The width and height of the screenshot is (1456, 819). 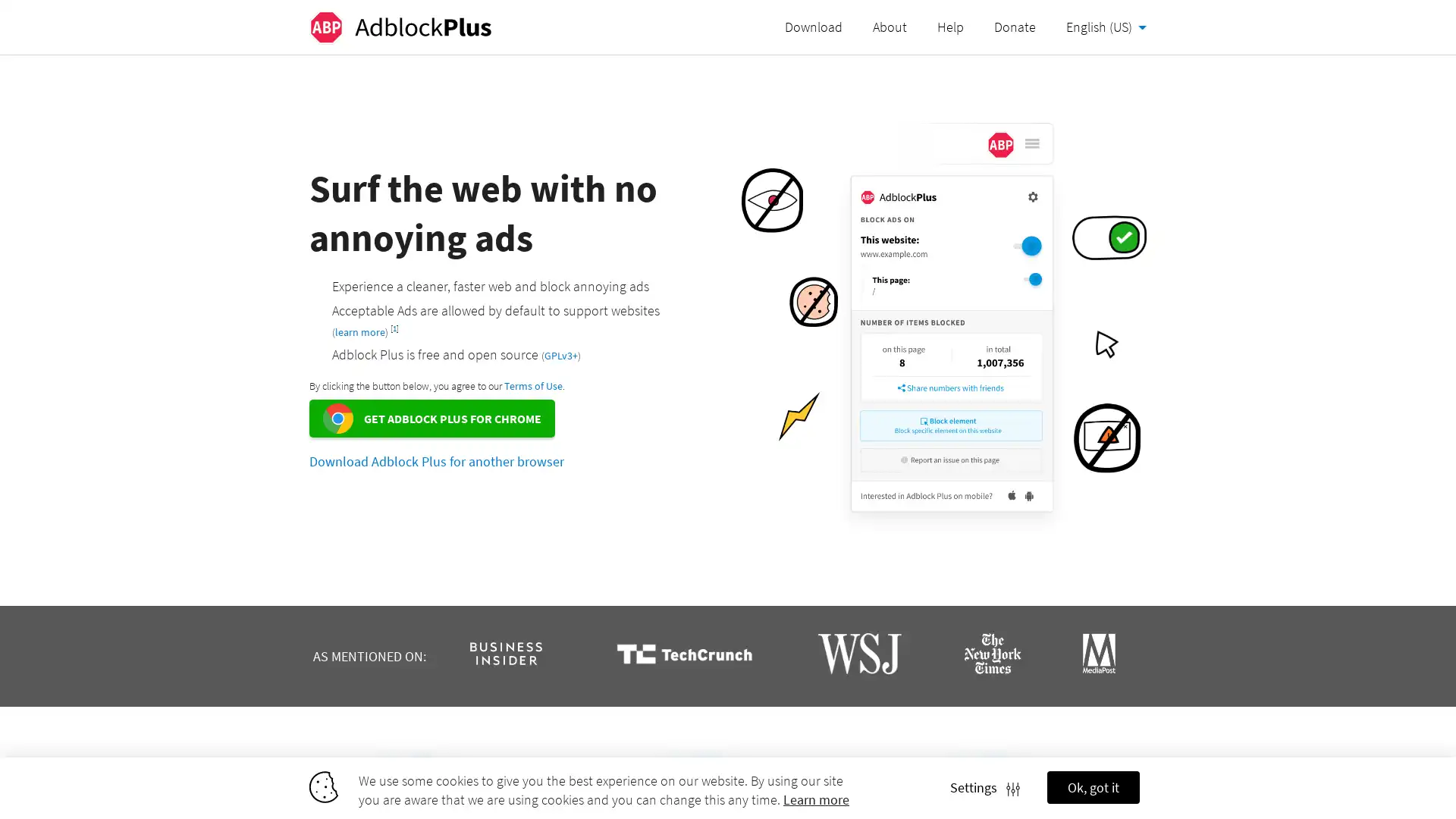 I want to click on Ok, got it, so click(x=1093, y=786).